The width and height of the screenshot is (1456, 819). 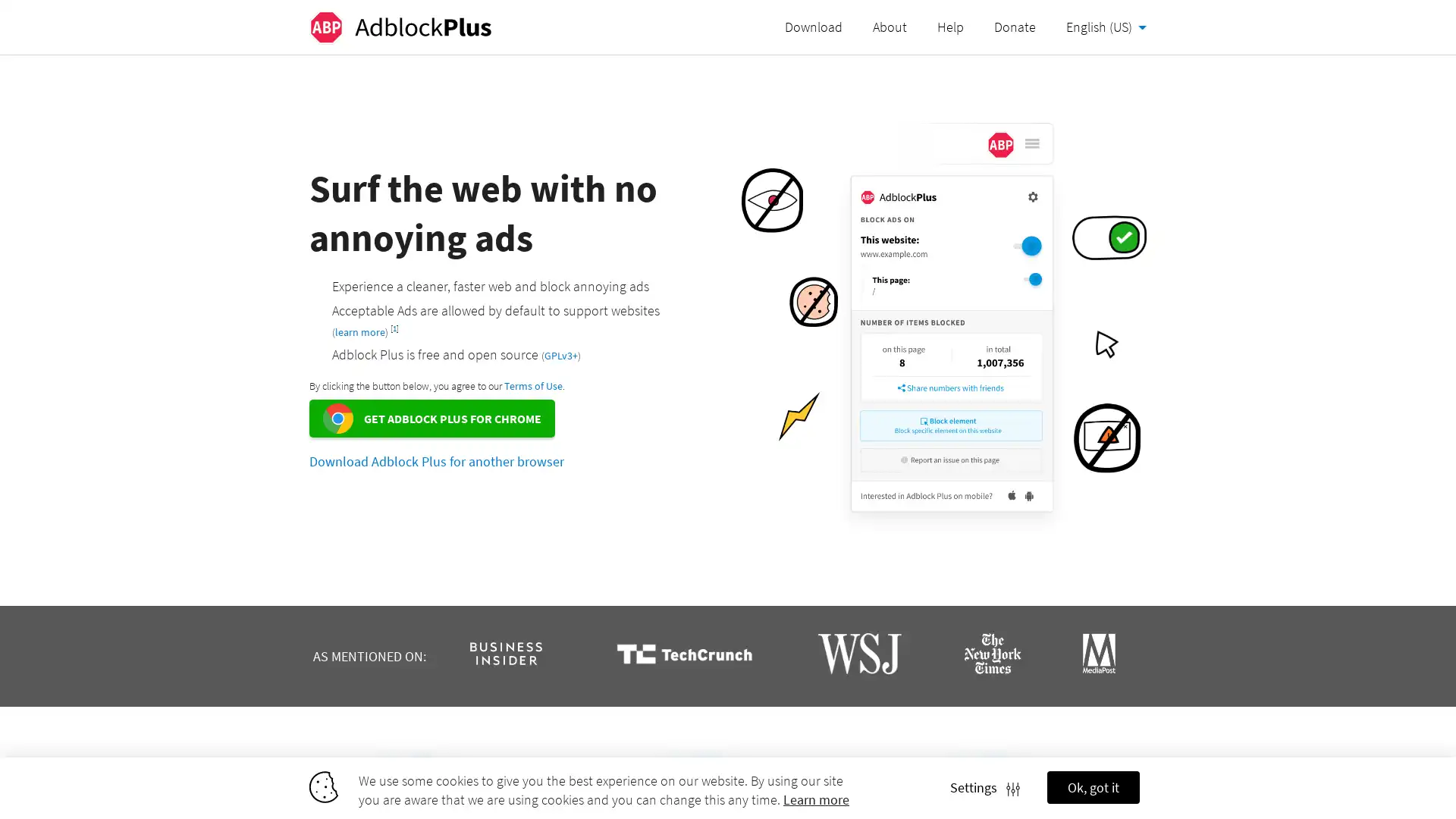 I want to click on Ok, got it, so click(x=1093, y=786).